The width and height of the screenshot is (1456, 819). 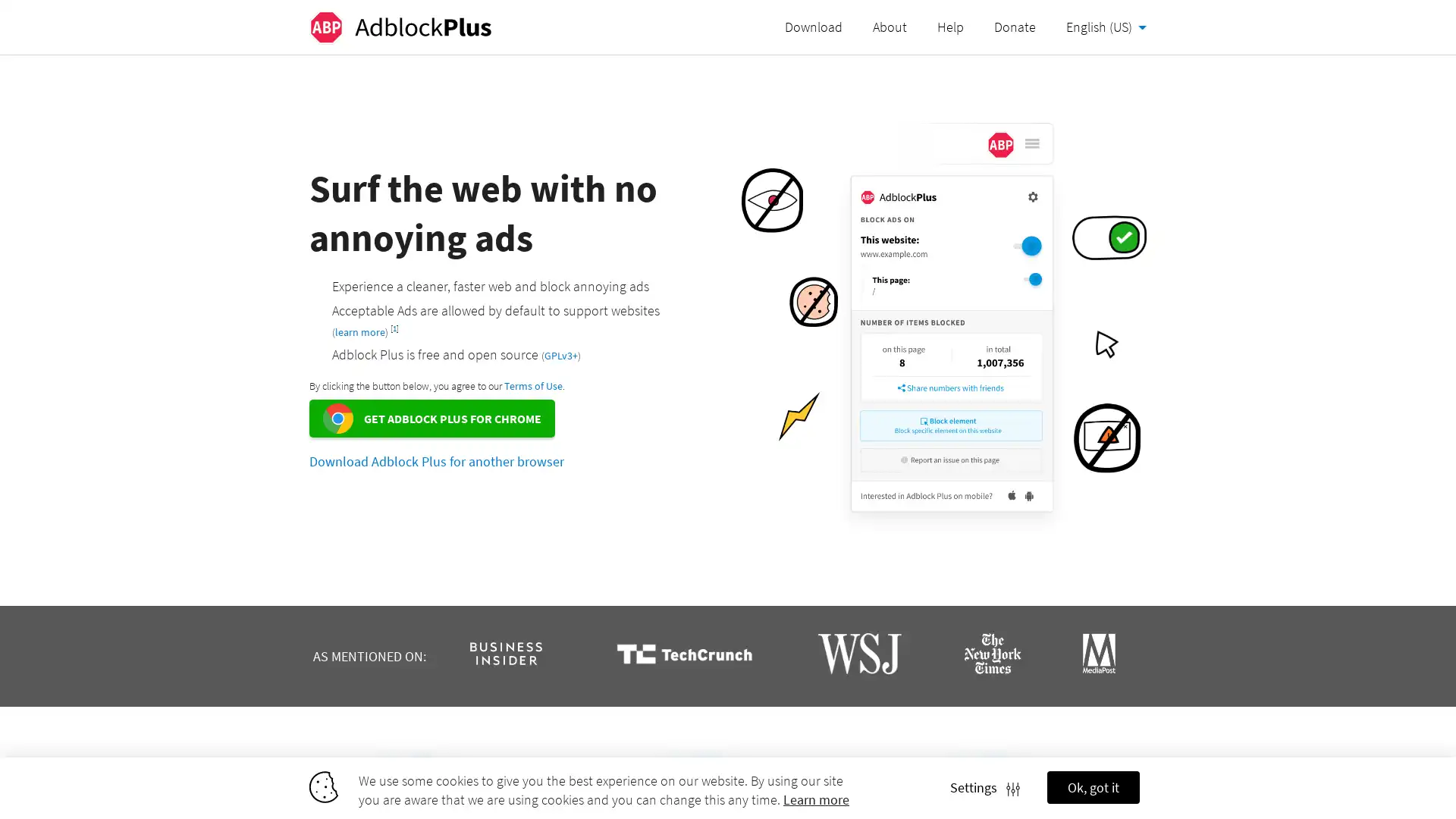 I want to click on Ok, got it, so click(x=1093, y=786).